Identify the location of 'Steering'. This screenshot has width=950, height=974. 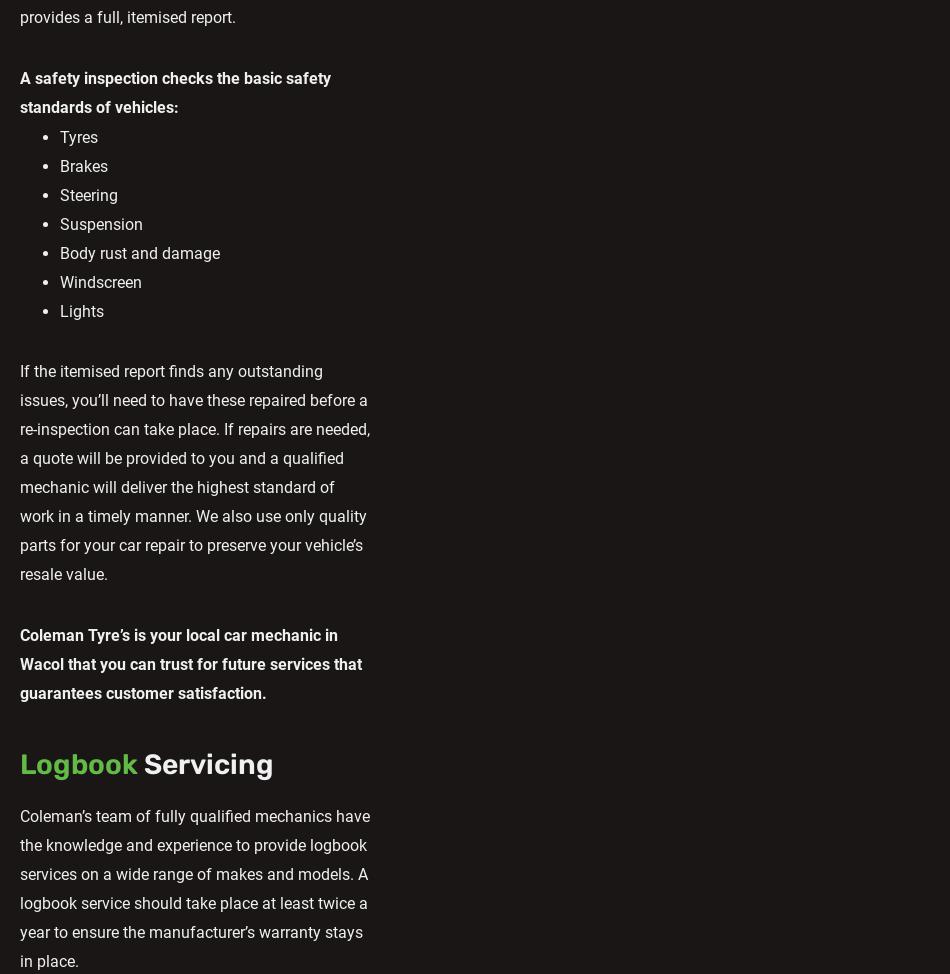
(89, 195).